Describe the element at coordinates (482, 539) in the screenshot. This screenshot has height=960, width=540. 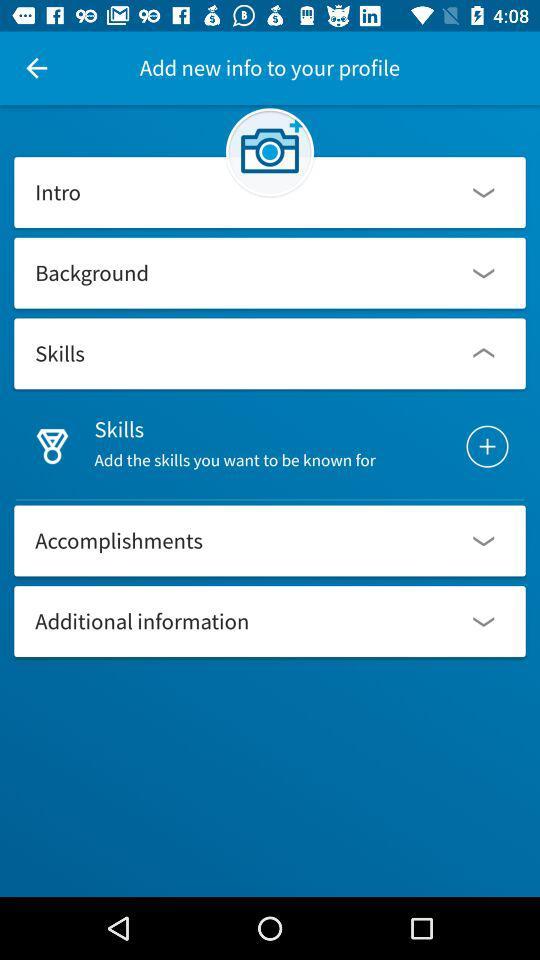
I see `drop down right to accomplishments` at that location.